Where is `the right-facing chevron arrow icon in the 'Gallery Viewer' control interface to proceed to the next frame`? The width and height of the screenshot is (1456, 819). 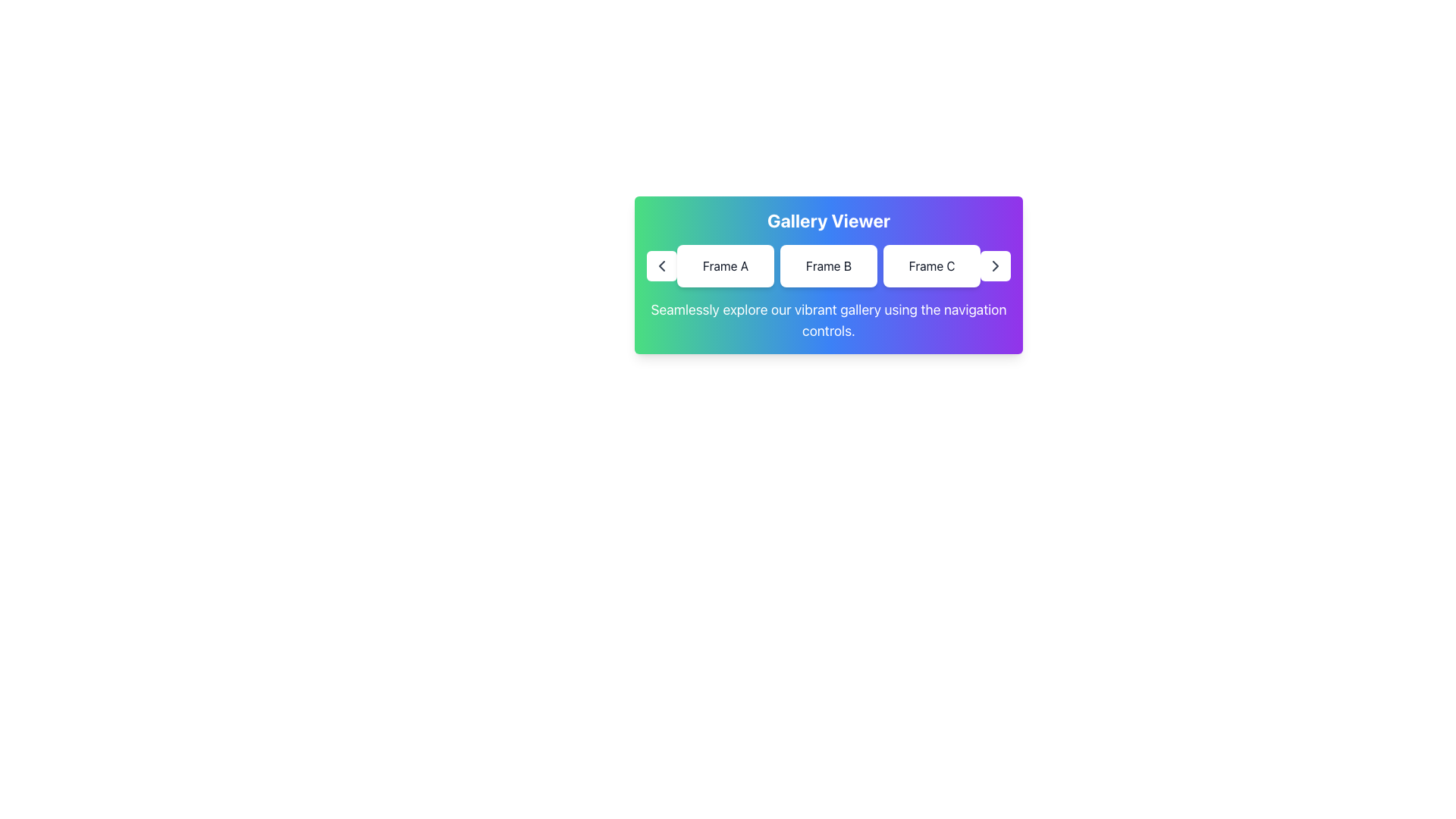
the right-facing chevron arrow icon in the 'Gallery Viewer' control interface to proceed to the next frame is located at coordinates (996, 265).